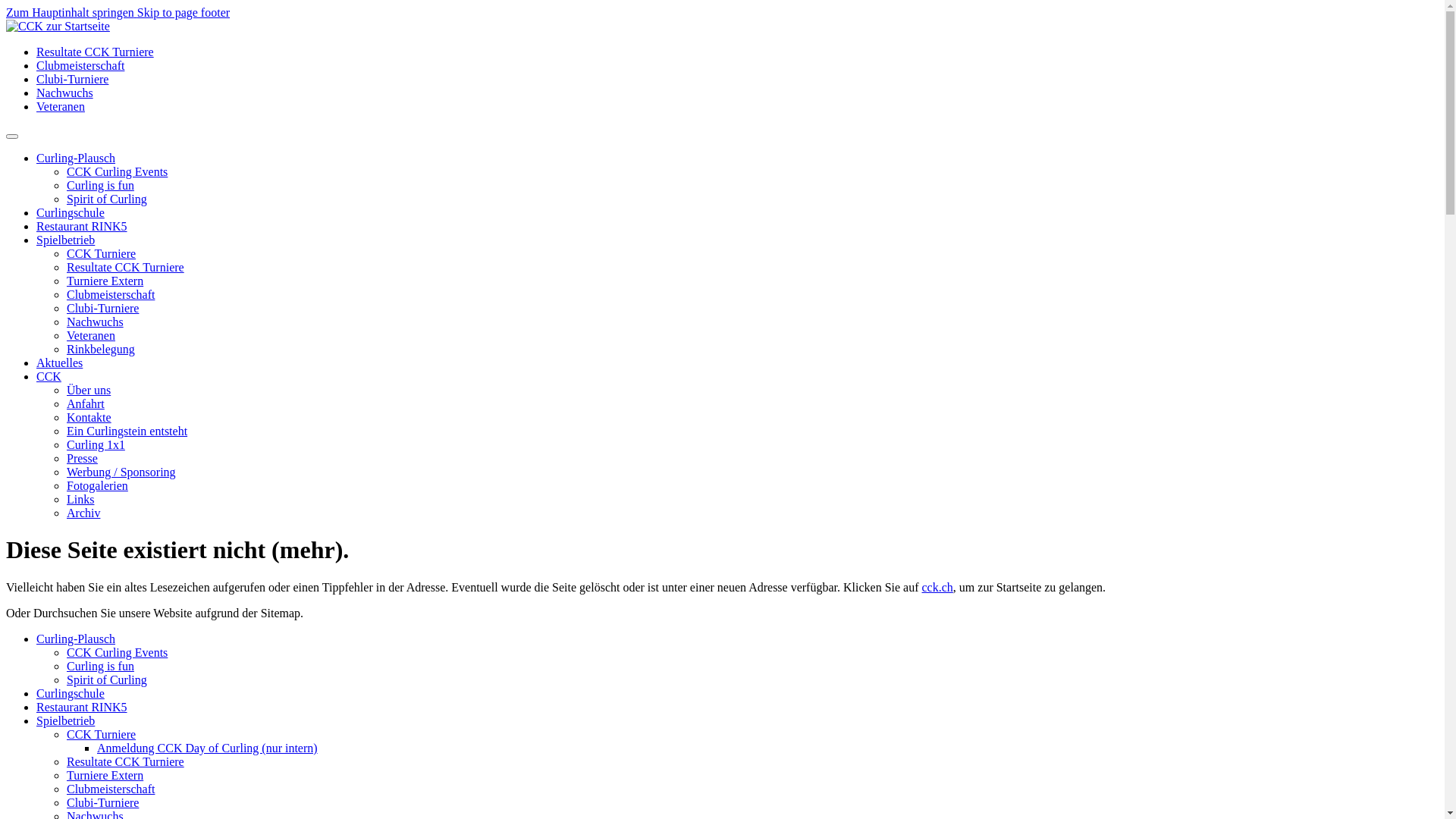 The width and height of the screenshot is (1456, 819). Describe the element at coordinates (69, 212) in the screenshot. I see `'Curlingschule'` at that location.